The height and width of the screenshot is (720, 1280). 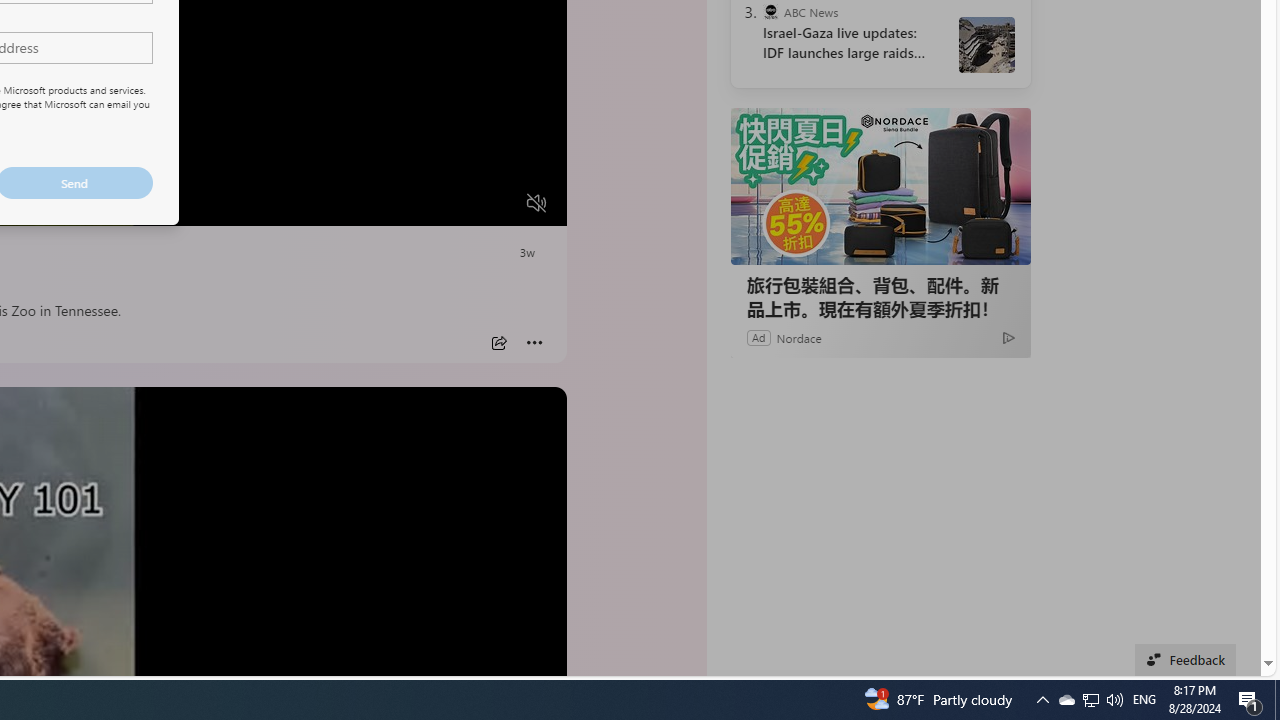 I want to click on 'Unmute', so click(x=536, y=203).